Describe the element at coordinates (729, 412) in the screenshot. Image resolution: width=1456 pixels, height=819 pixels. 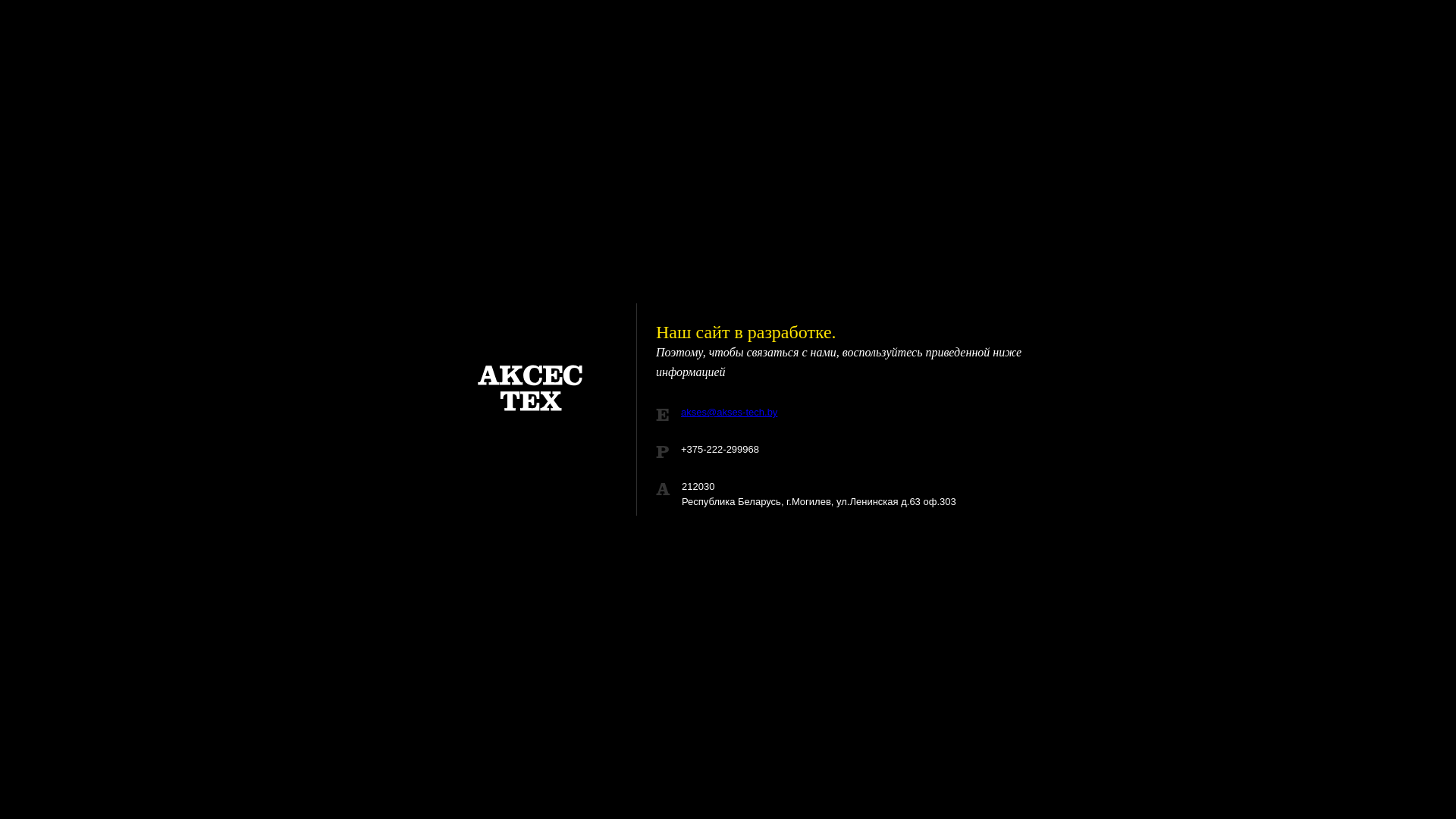
I see `'akses@akses-tech.by'` at that location.